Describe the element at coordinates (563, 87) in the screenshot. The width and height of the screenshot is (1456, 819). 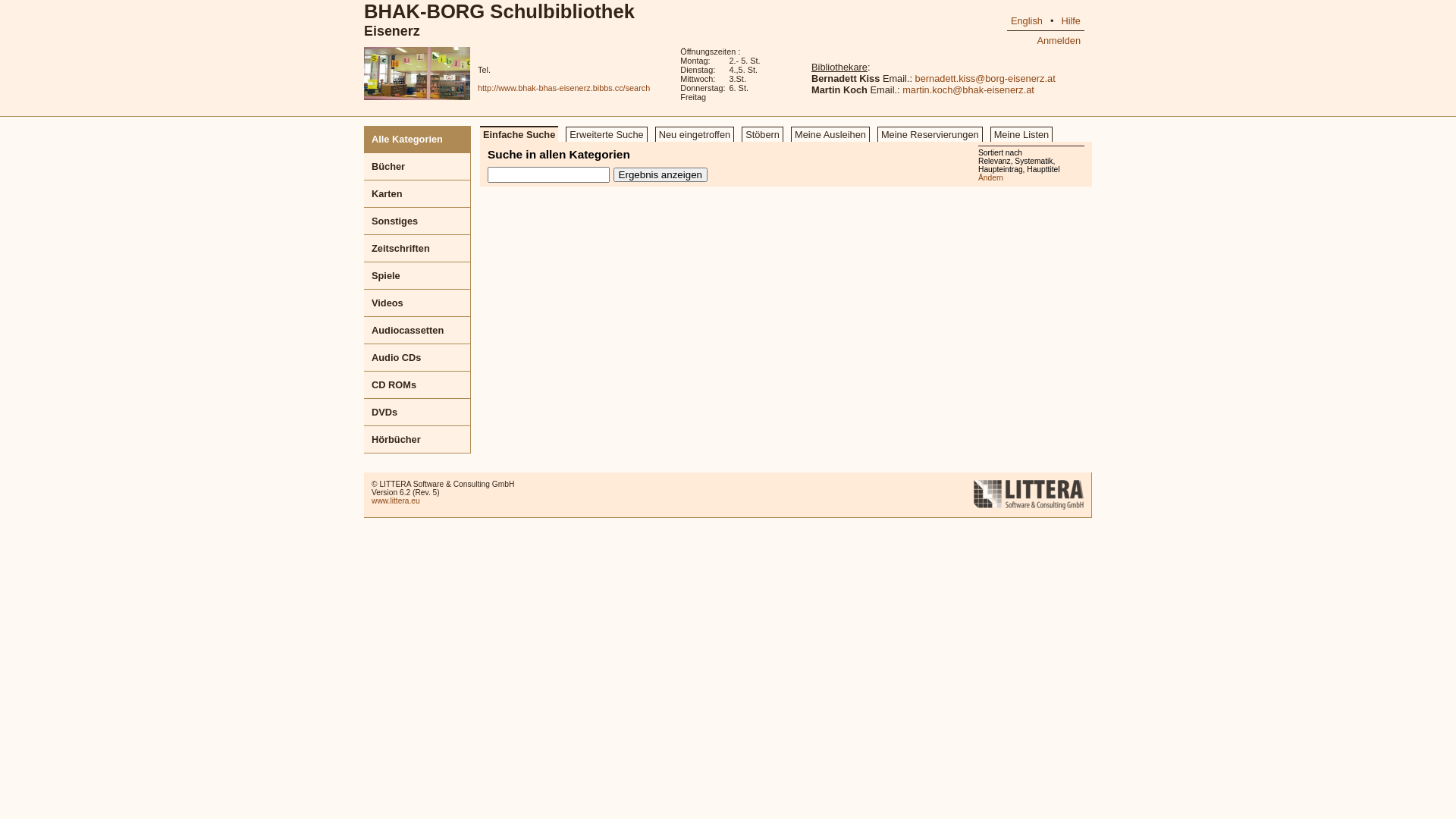
I see `'http://www.bhak-bhas-eisenerz.bibbs.cc/search'` at that location.